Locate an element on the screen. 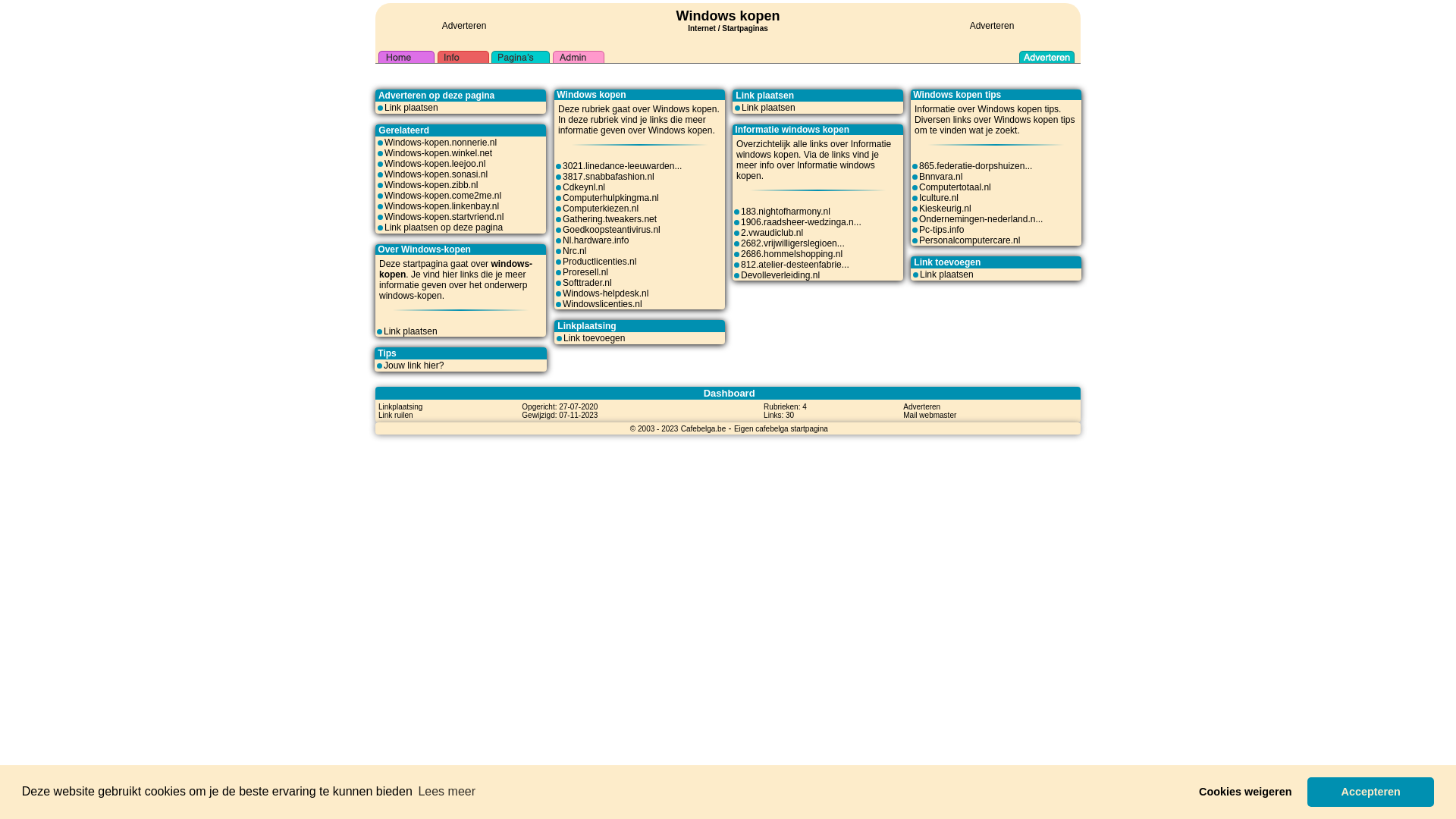 The height and width of the screenshot is (819, 1456). 'Adverteren' is located at coordinates (992, 26).